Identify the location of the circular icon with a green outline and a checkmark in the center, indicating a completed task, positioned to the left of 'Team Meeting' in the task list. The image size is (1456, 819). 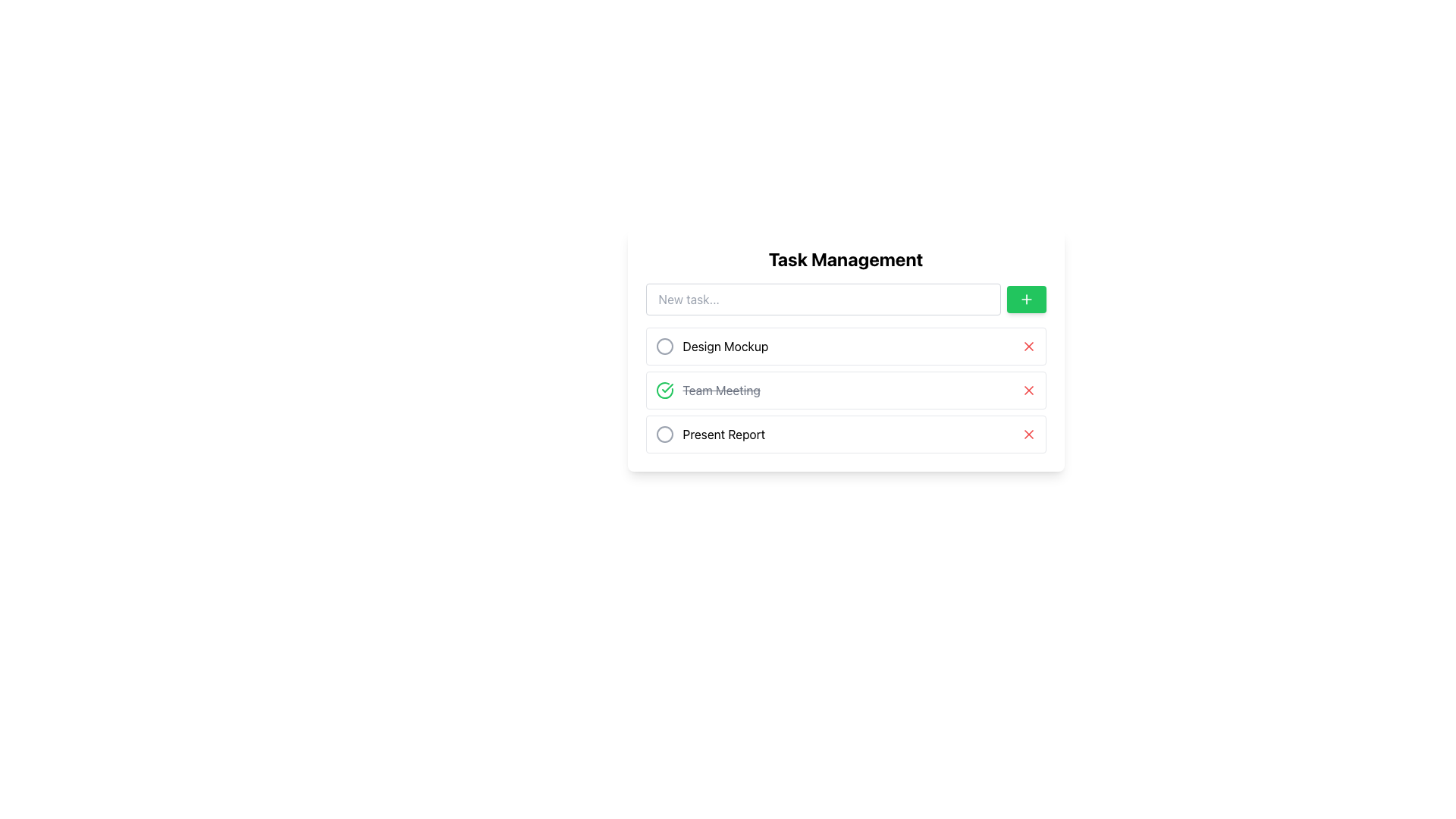
(664, 390).